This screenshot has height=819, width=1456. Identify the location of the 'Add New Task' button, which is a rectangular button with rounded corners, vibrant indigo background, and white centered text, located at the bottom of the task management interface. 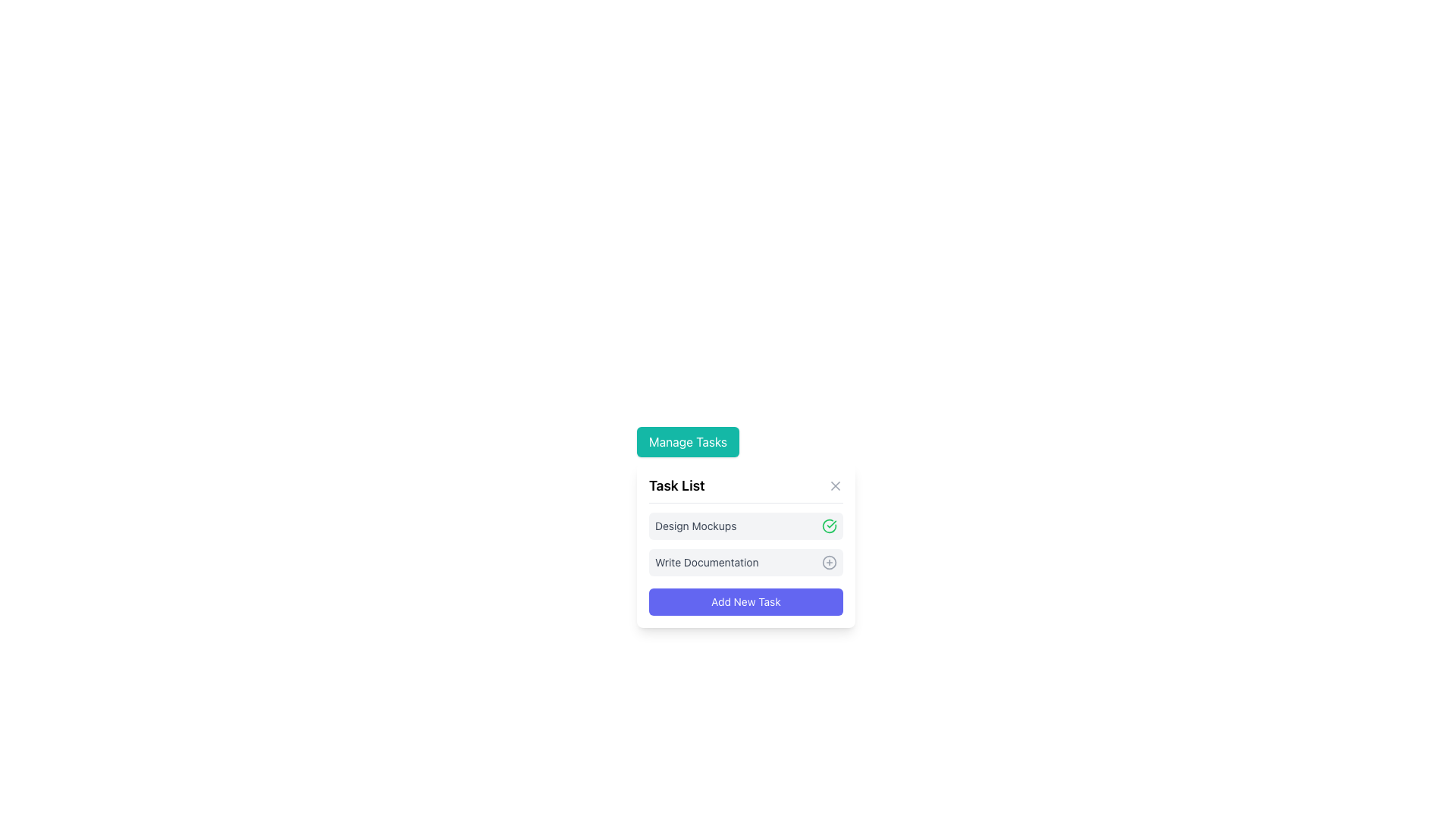
(745, 601).